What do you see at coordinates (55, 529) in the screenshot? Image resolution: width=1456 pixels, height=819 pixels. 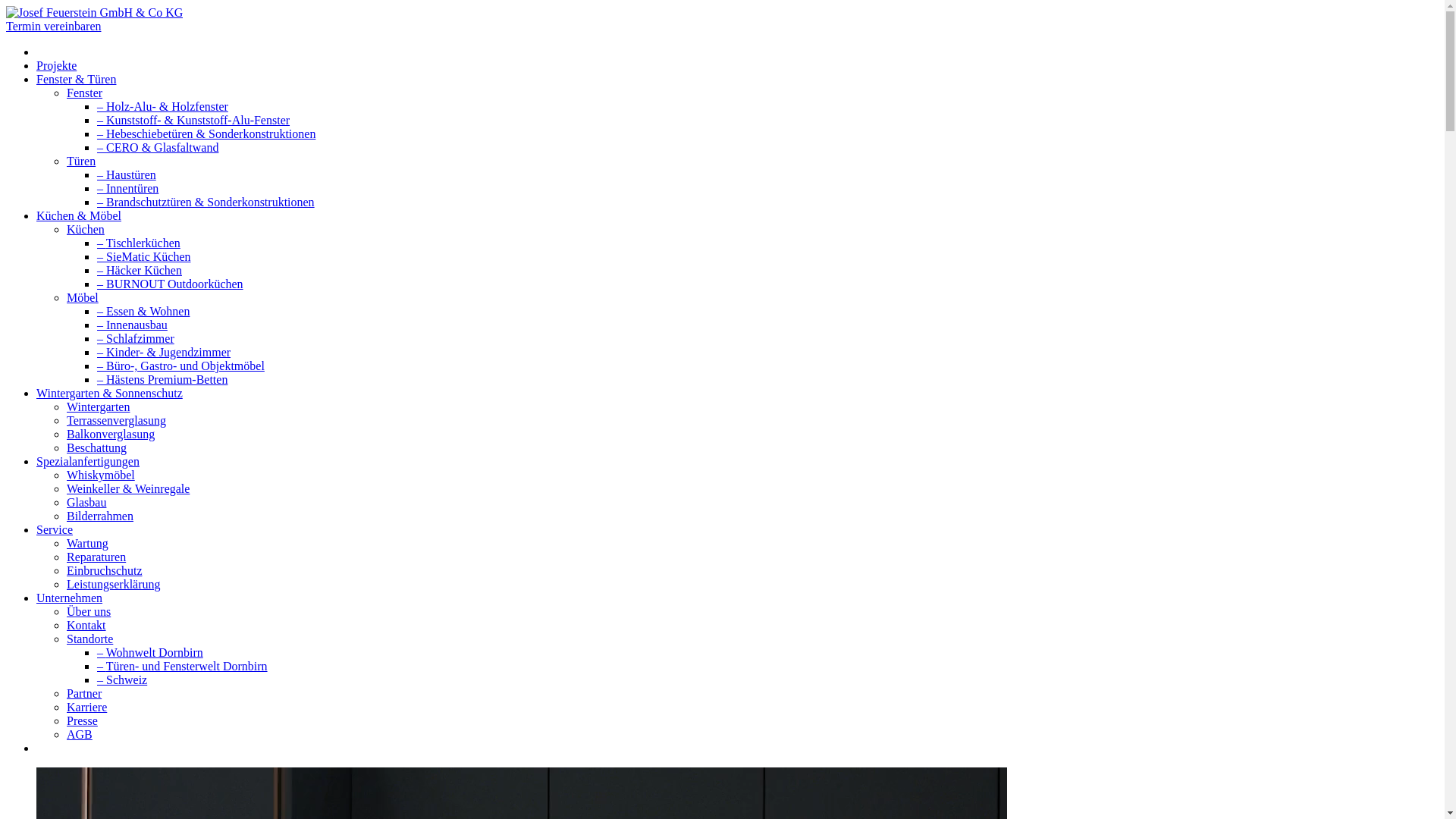 I see `'Service'` at bounding box center [55, 529].